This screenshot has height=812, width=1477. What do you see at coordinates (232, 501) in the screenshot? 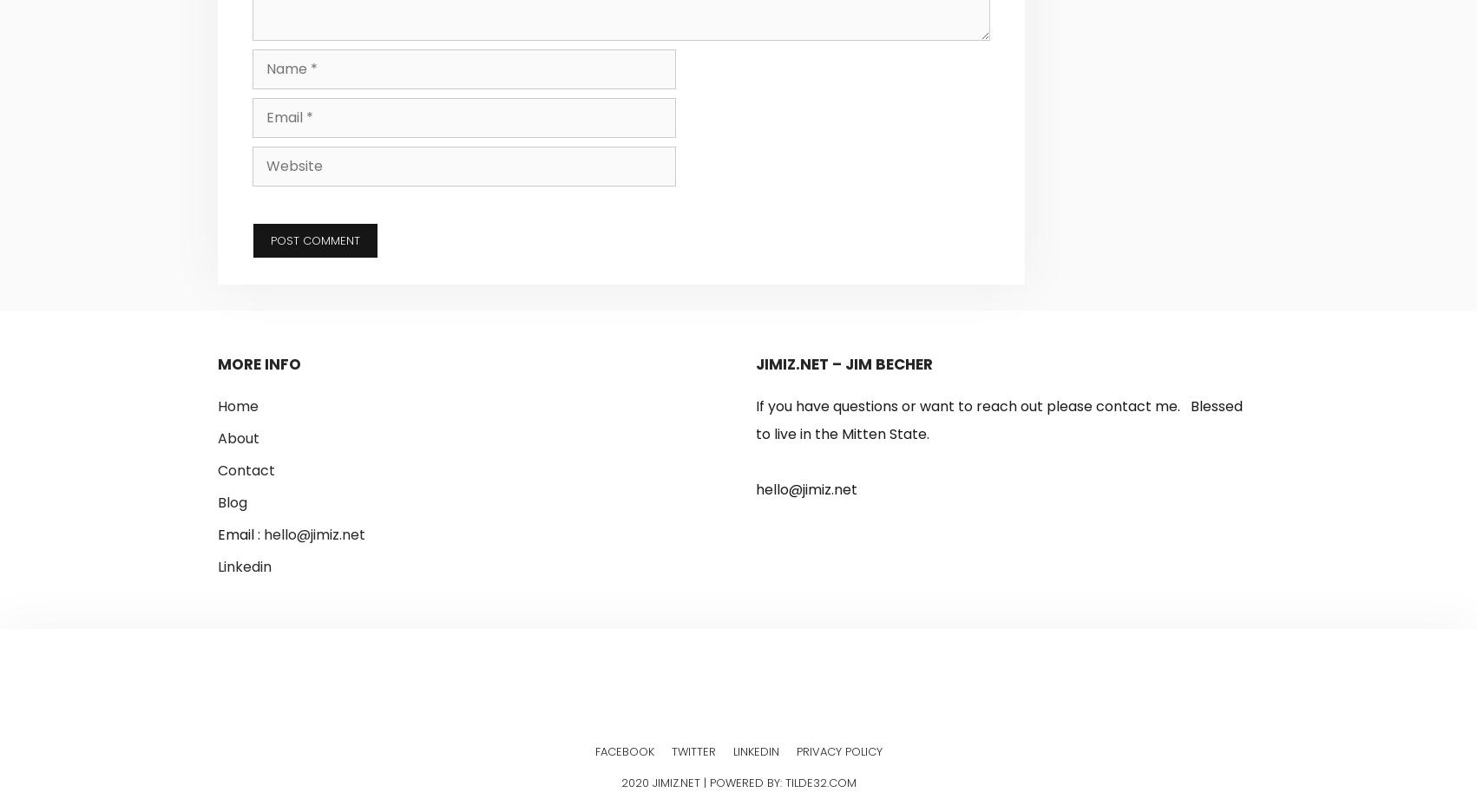
I see `'Blog'` at bounding box center [232, 501].